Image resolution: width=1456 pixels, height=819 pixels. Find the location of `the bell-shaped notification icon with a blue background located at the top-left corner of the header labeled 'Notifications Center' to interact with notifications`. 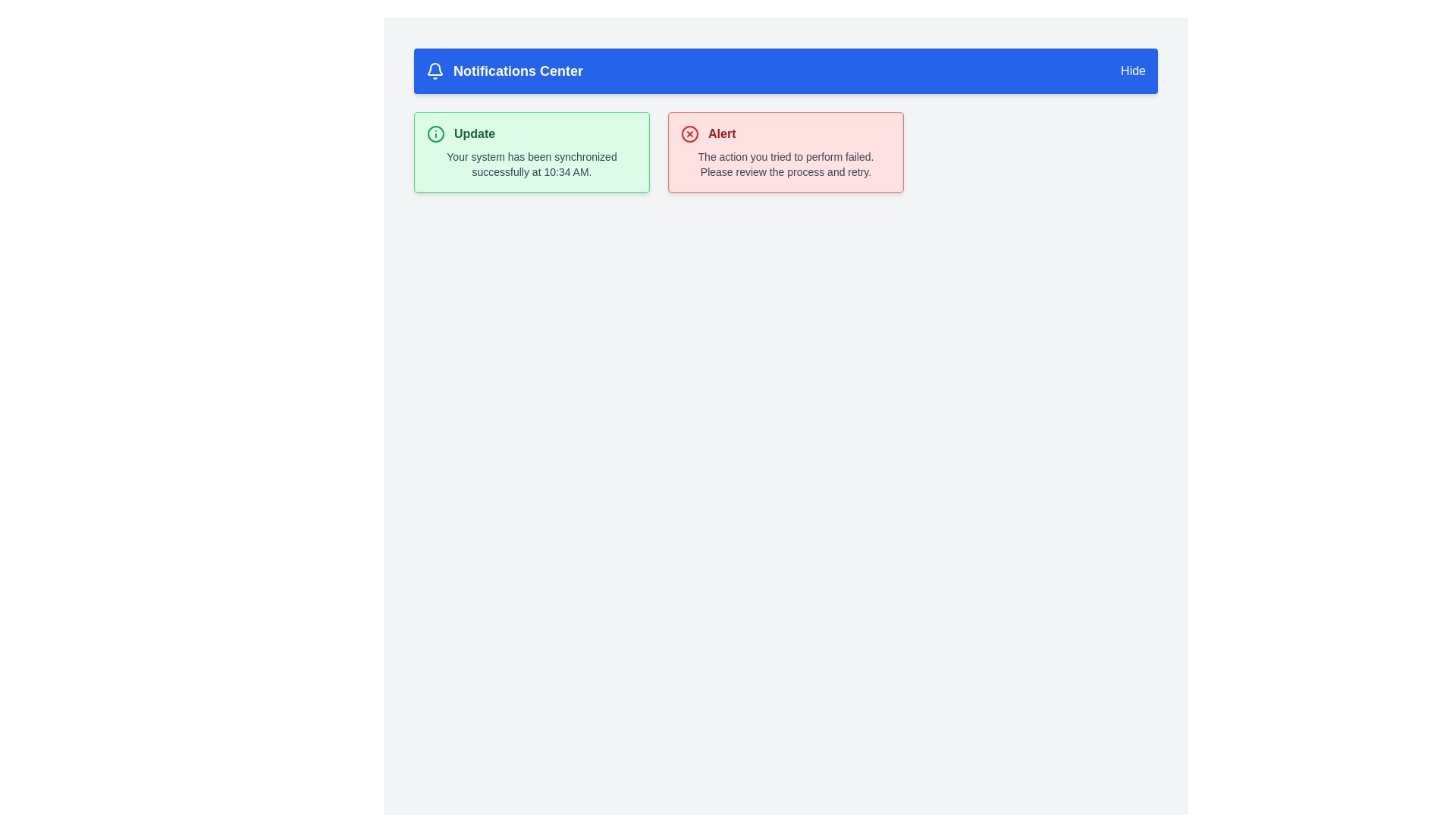

the bell-shaped notification icon with a blue background located at the top-left corner of the header labeled 'Notifications Center' to interact with notifications is located at coordinates (435, 71).